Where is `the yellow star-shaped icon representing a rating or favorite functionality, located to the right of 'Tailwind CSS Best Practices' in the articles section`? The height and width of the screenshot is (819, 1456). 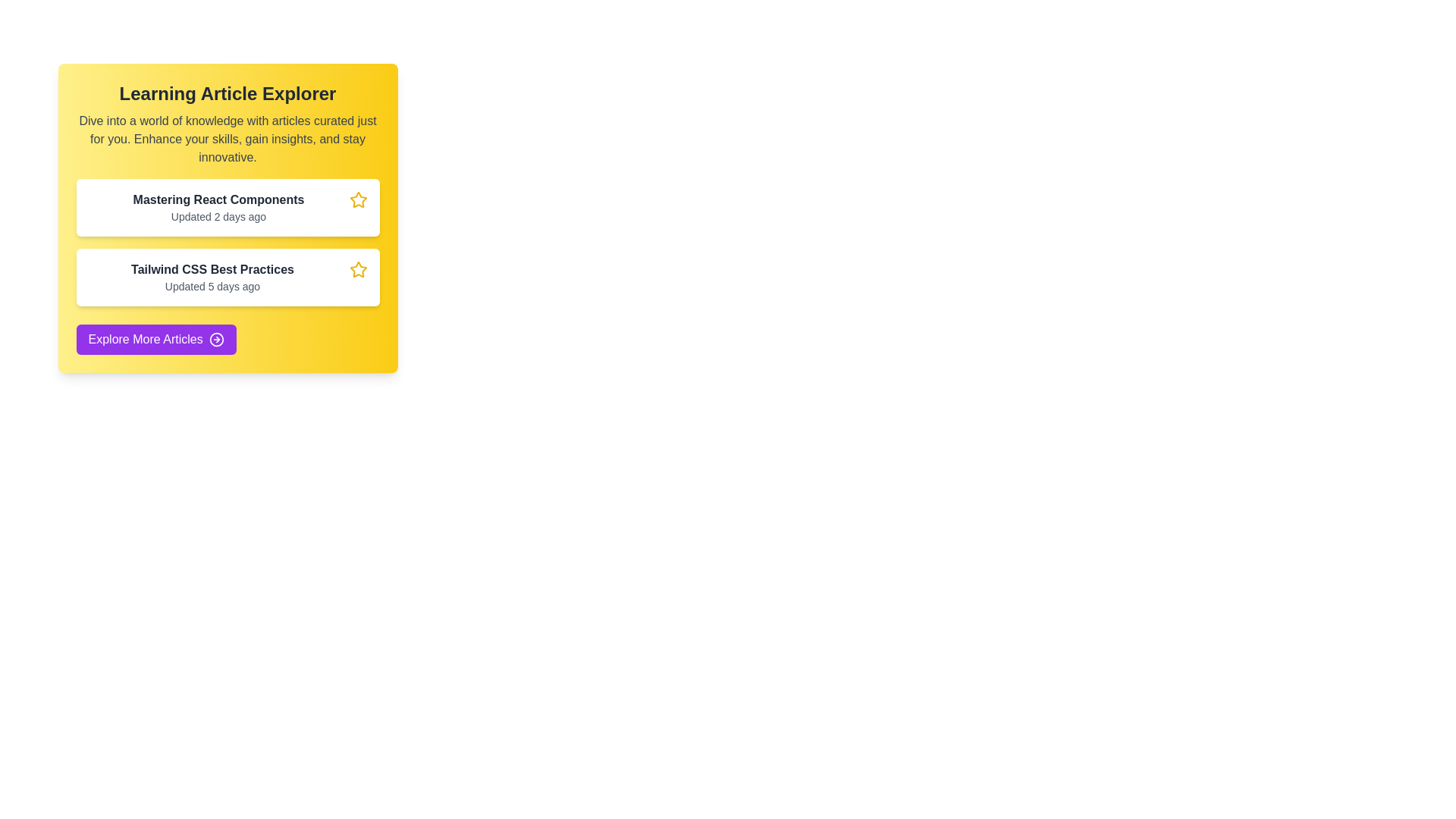
the yellow star-shaped icon representing a rating or favorite functionality, located to the right of 'Tailwind CSS Best Practices' in the articles section is located at coordinates (357, 199).